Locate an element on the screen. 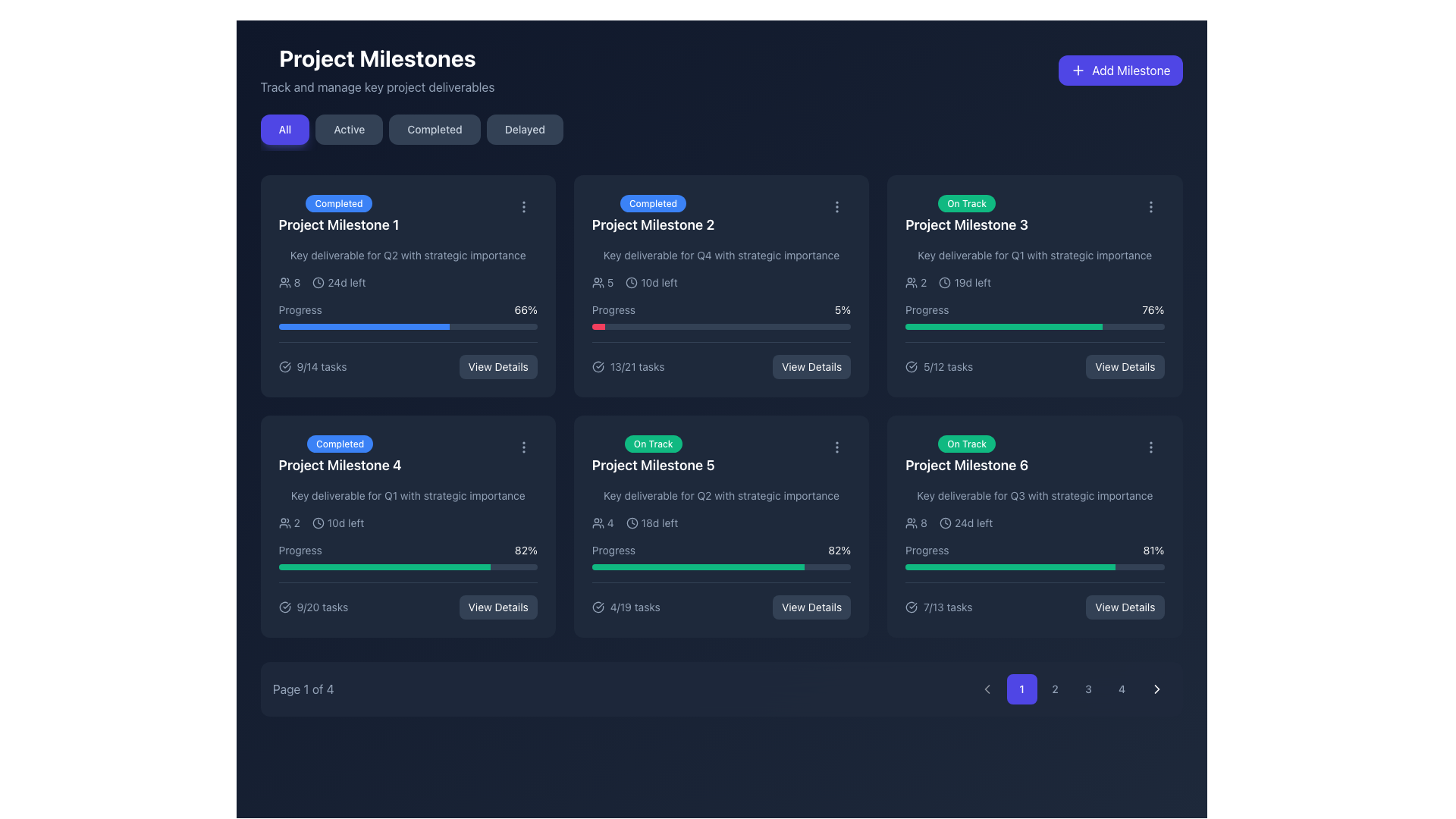  the Progress bar that visually represents the completion percentage of a task, located in the 'Project Milestone 1' card, directly below the text 'Progress 66%' is located at coordinates (408, 326).